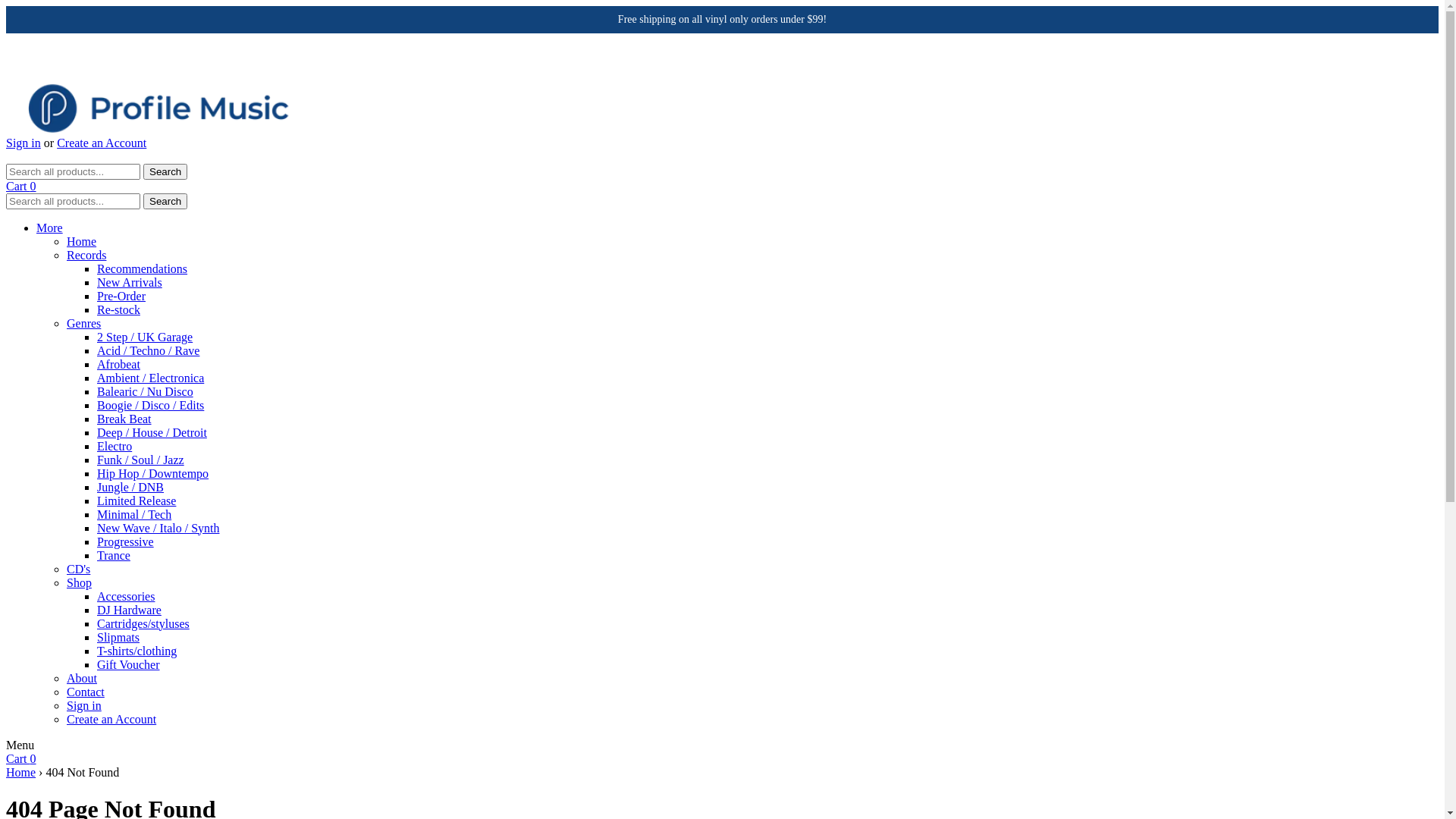 The image size is (1456, 819). Describe the element at coordinates (21, 758) in the screenshot. I see `'Cart 0'` at that location.